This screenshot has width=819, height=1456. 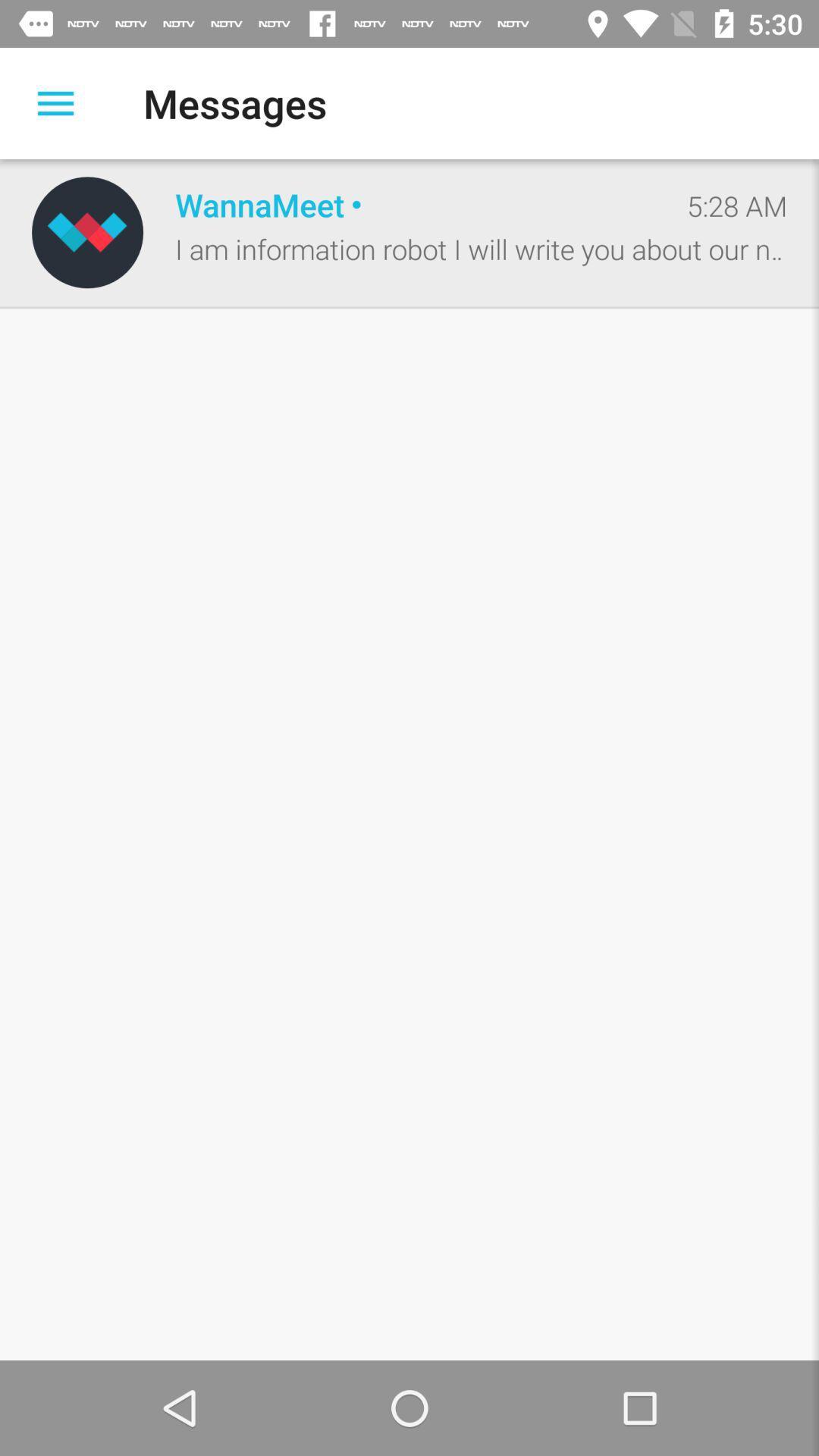 What do you see at coordinates (415, 203) in the screenshot?
I see `wannameet   icon` at bounding box center [415, 203].